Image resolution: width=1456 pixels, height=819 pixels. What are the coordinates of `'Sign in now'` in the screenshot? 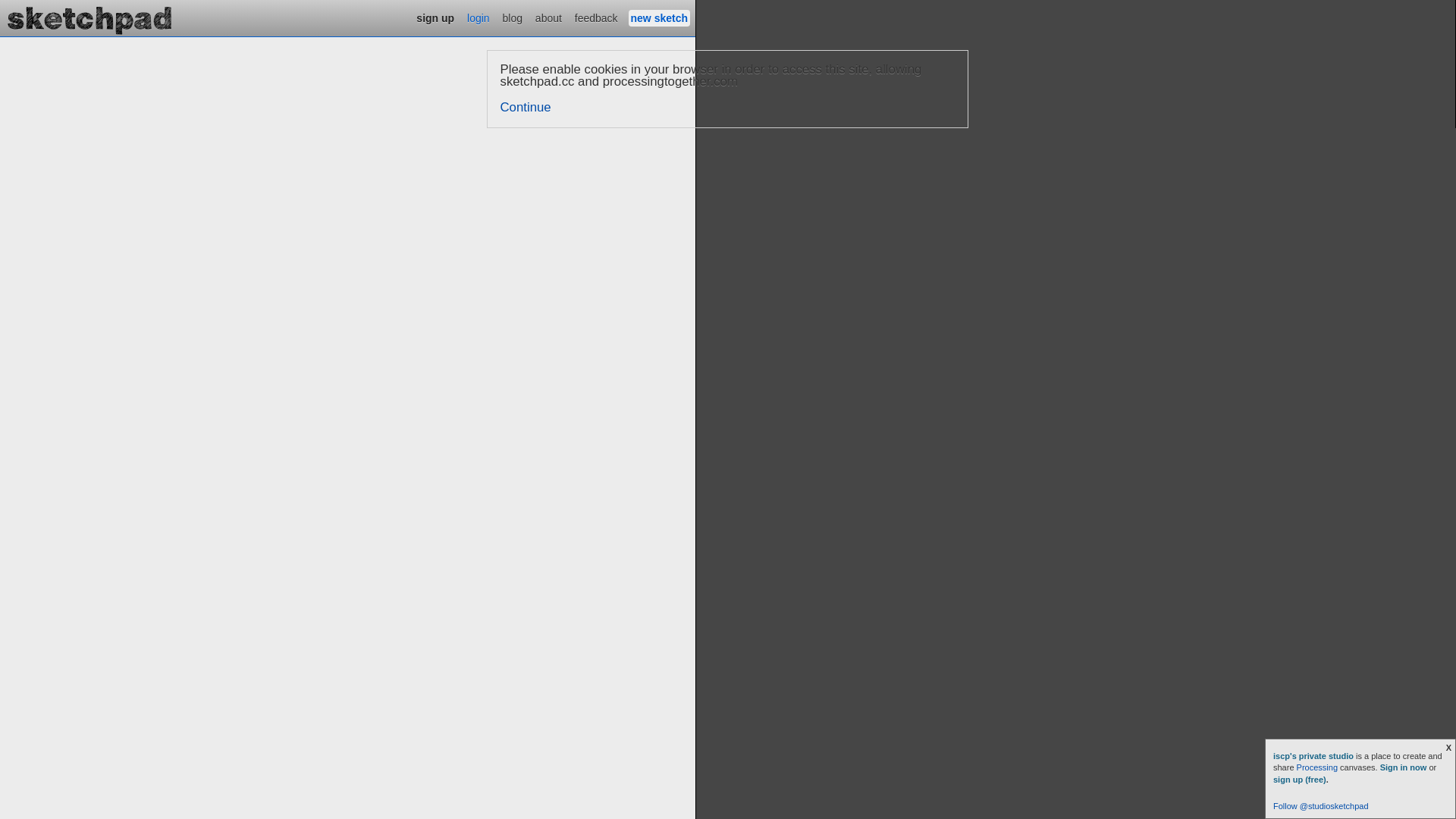 It's located at (1379, 767).